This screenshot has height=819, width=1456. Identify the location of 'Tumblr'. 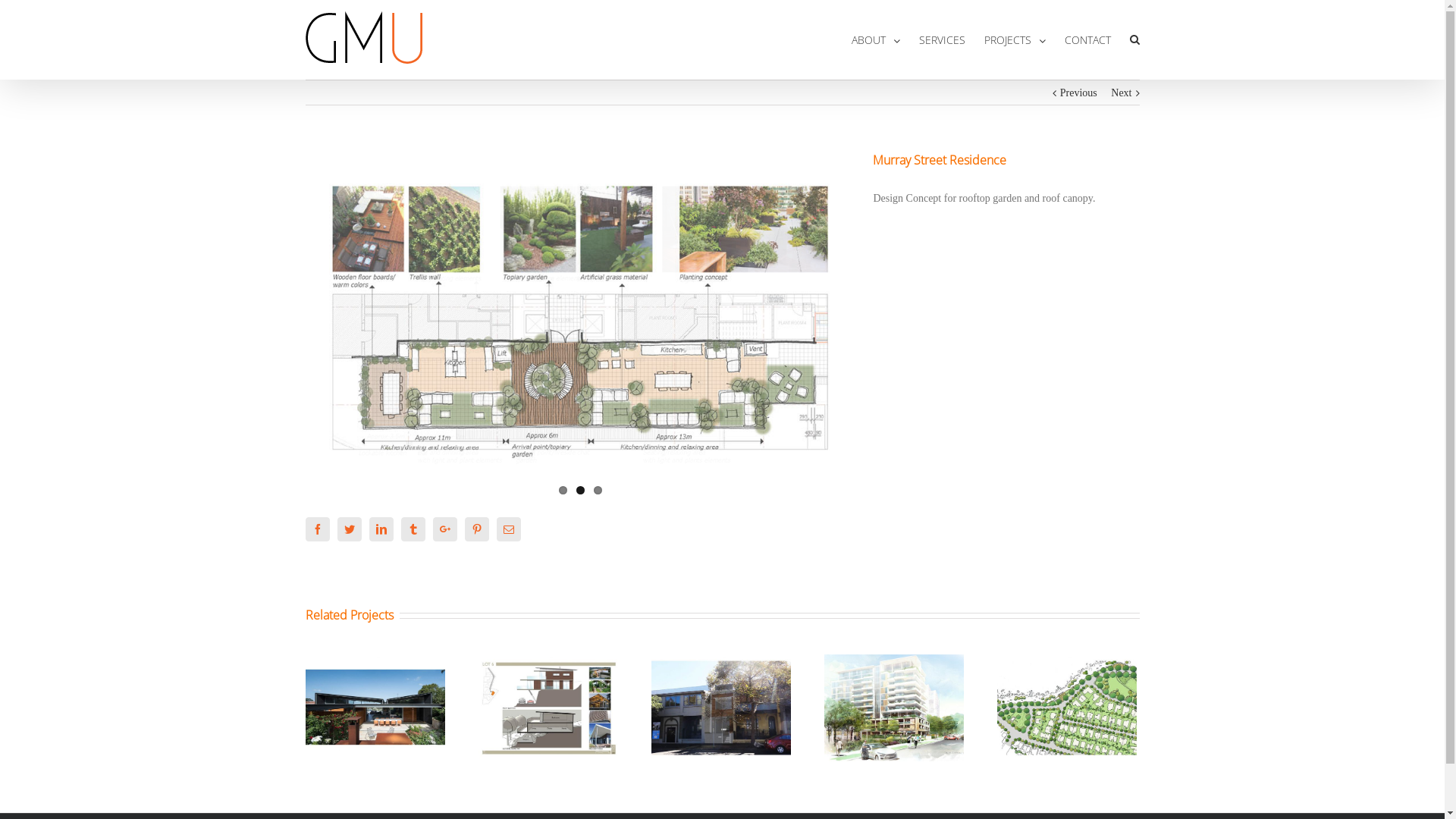
(412, 529).